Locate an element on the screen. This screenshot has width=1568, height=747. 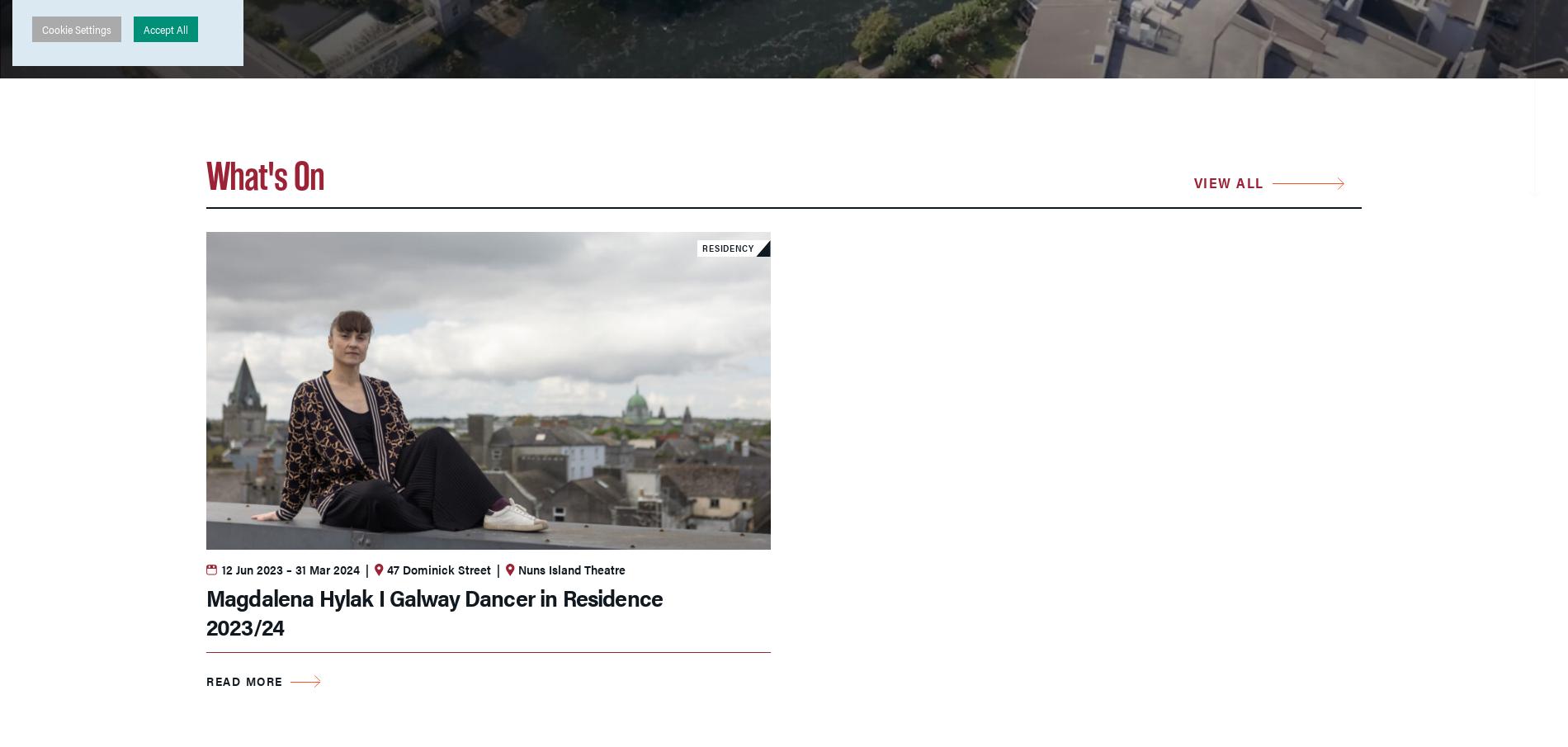
'– 31 Mar 2024' is located at coordinates (284, 568).